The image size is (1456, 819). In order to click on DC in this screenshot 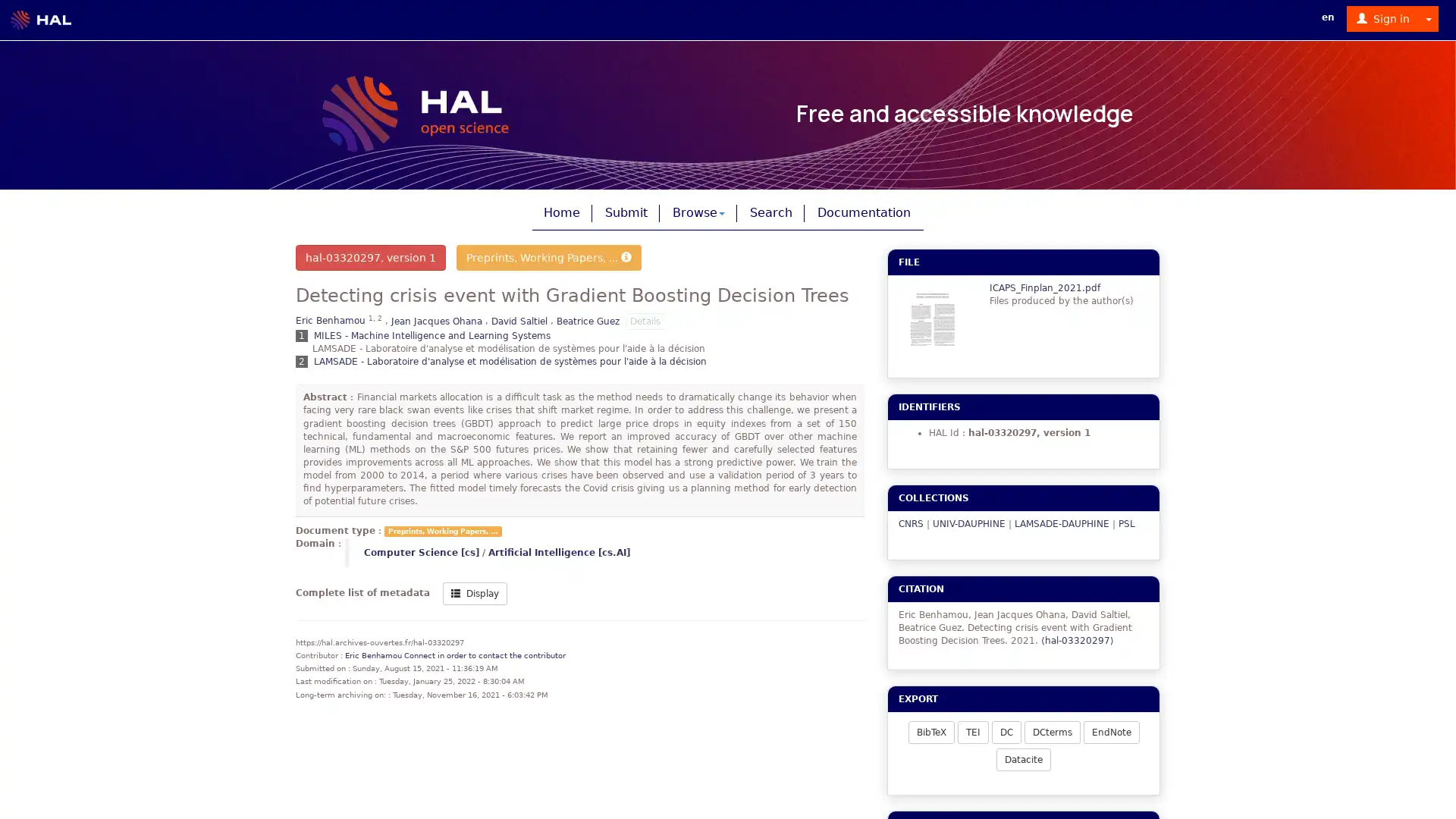, I will do `click(1006, 730)`.